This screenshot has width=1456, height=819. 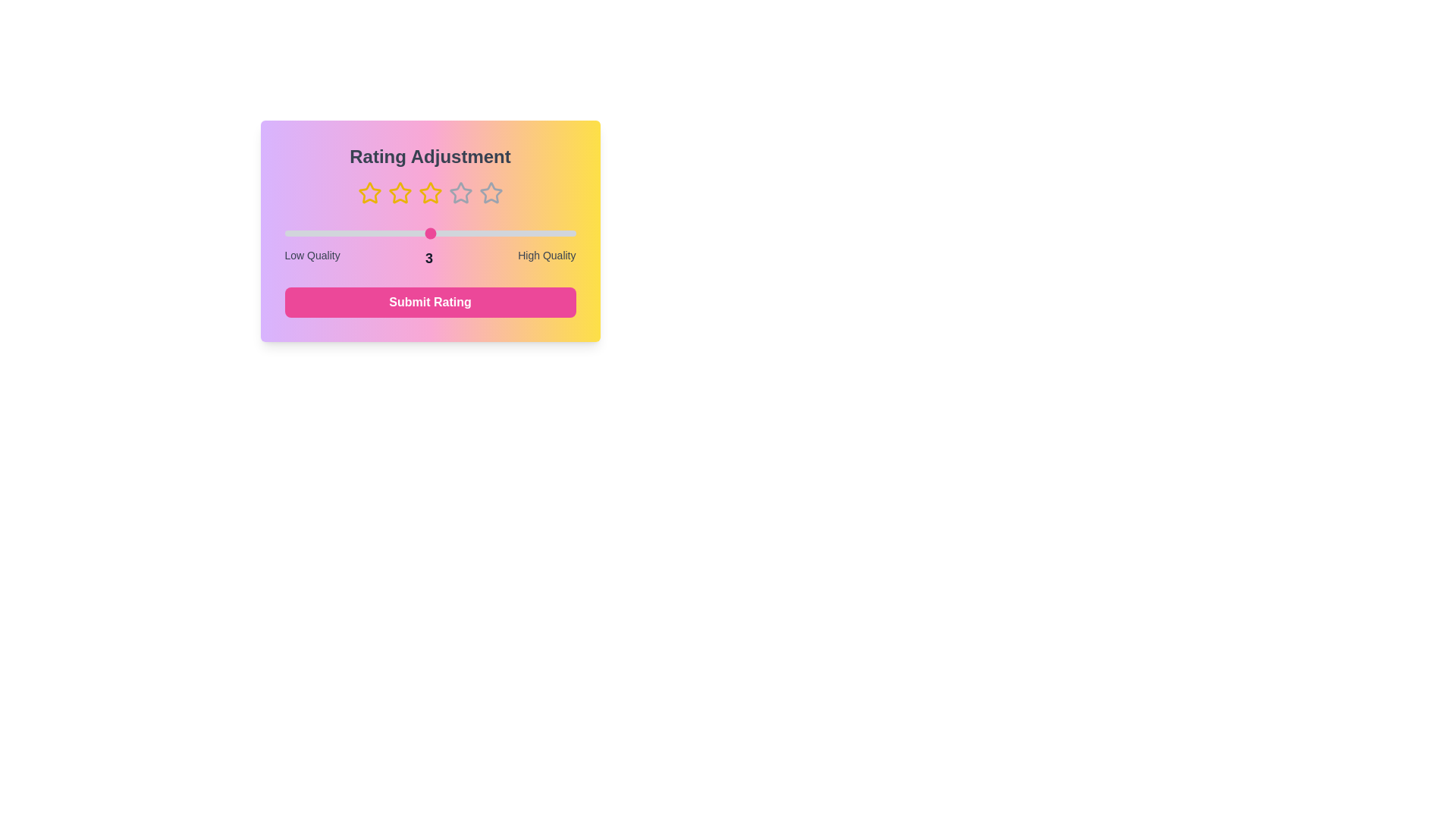 I want to click on the 'Submit Rating' button to finalize the rating, so click(x=429, y=302).